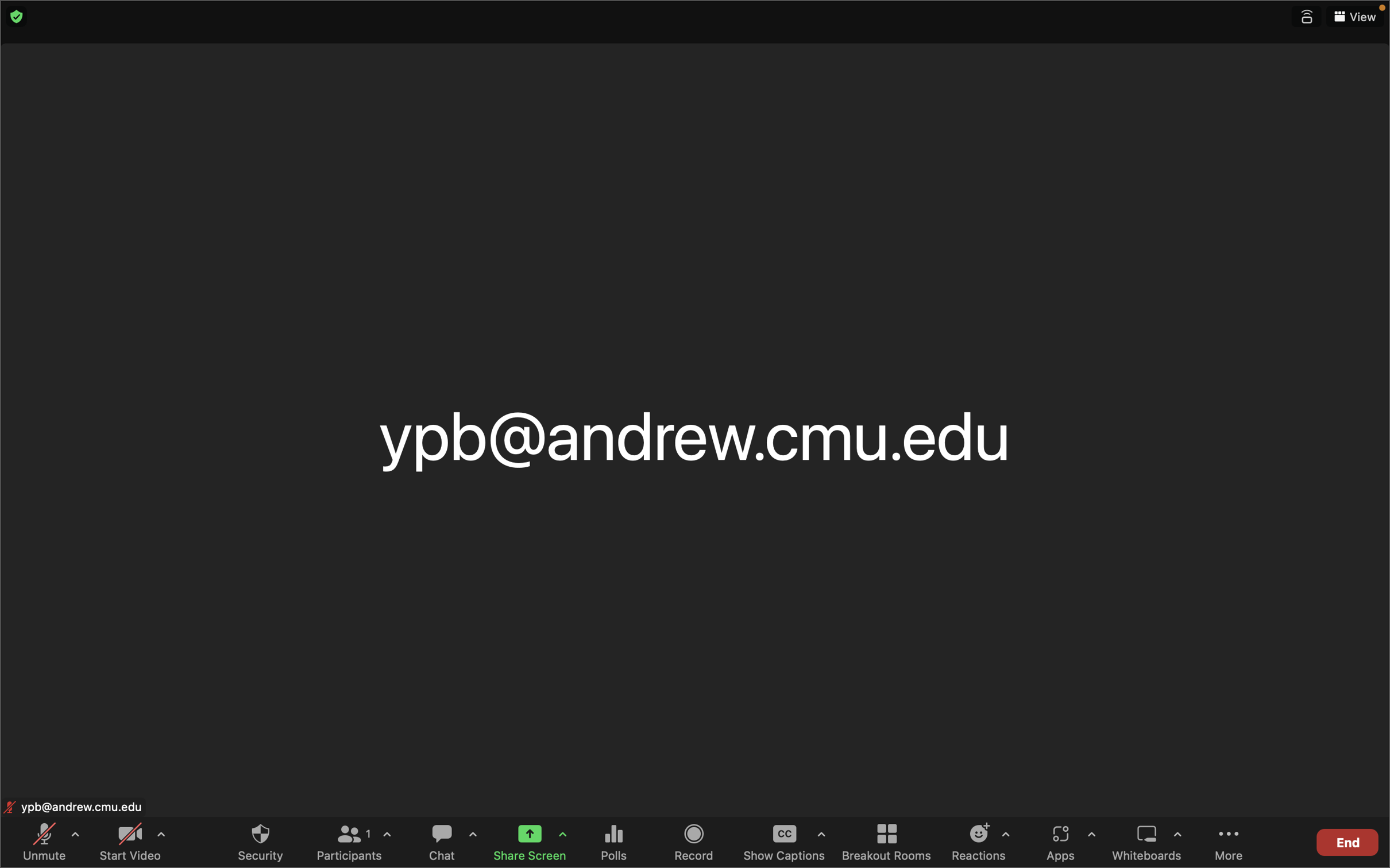 This screenshot has height=868, width=1390. Describe the element at coordinates (160, 839) in the screenshot. I see `the settings of the video` at that location.